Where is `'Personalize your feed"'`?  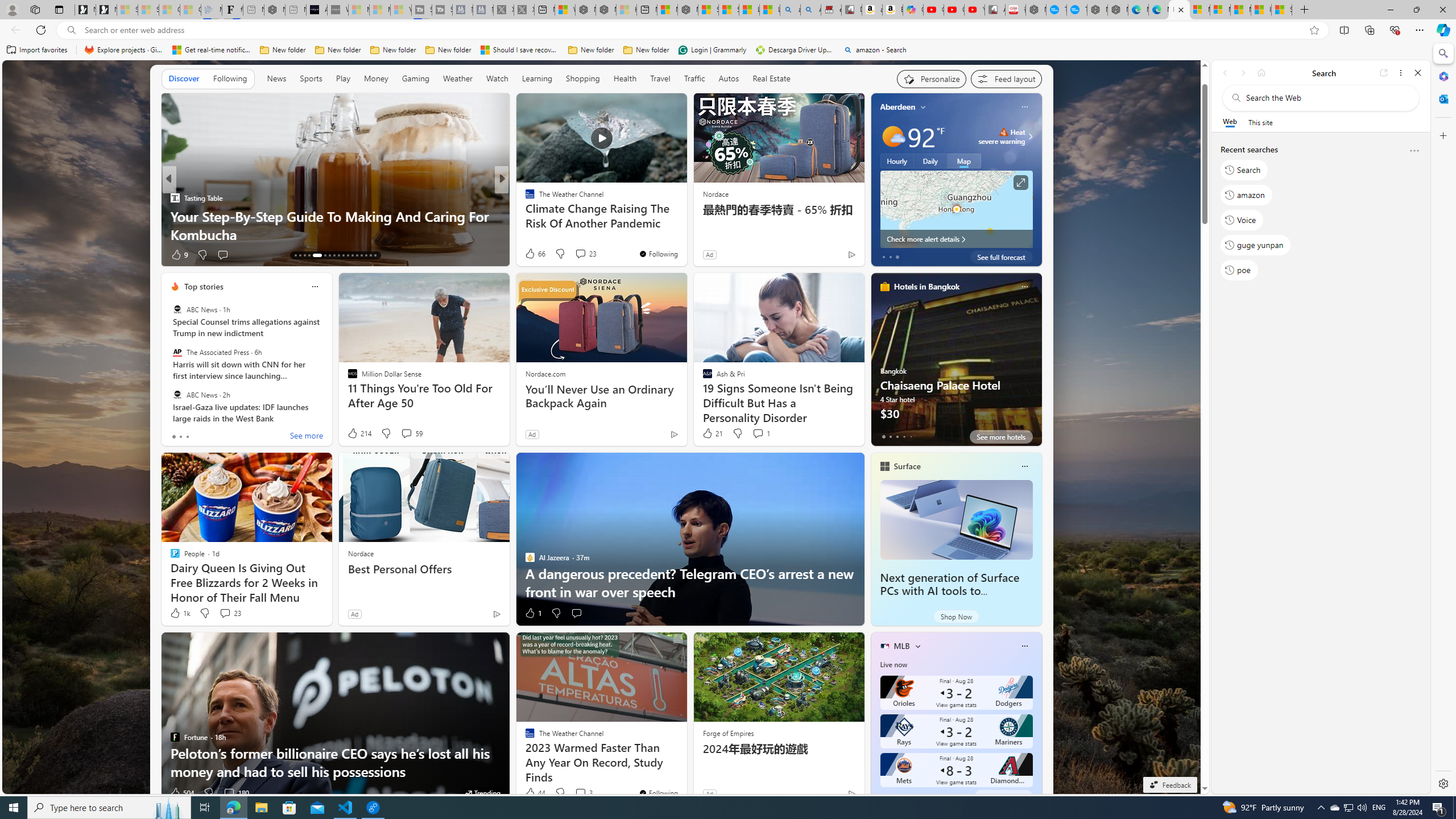
'Personalize your feed"' is located at coordinates (932, 78).